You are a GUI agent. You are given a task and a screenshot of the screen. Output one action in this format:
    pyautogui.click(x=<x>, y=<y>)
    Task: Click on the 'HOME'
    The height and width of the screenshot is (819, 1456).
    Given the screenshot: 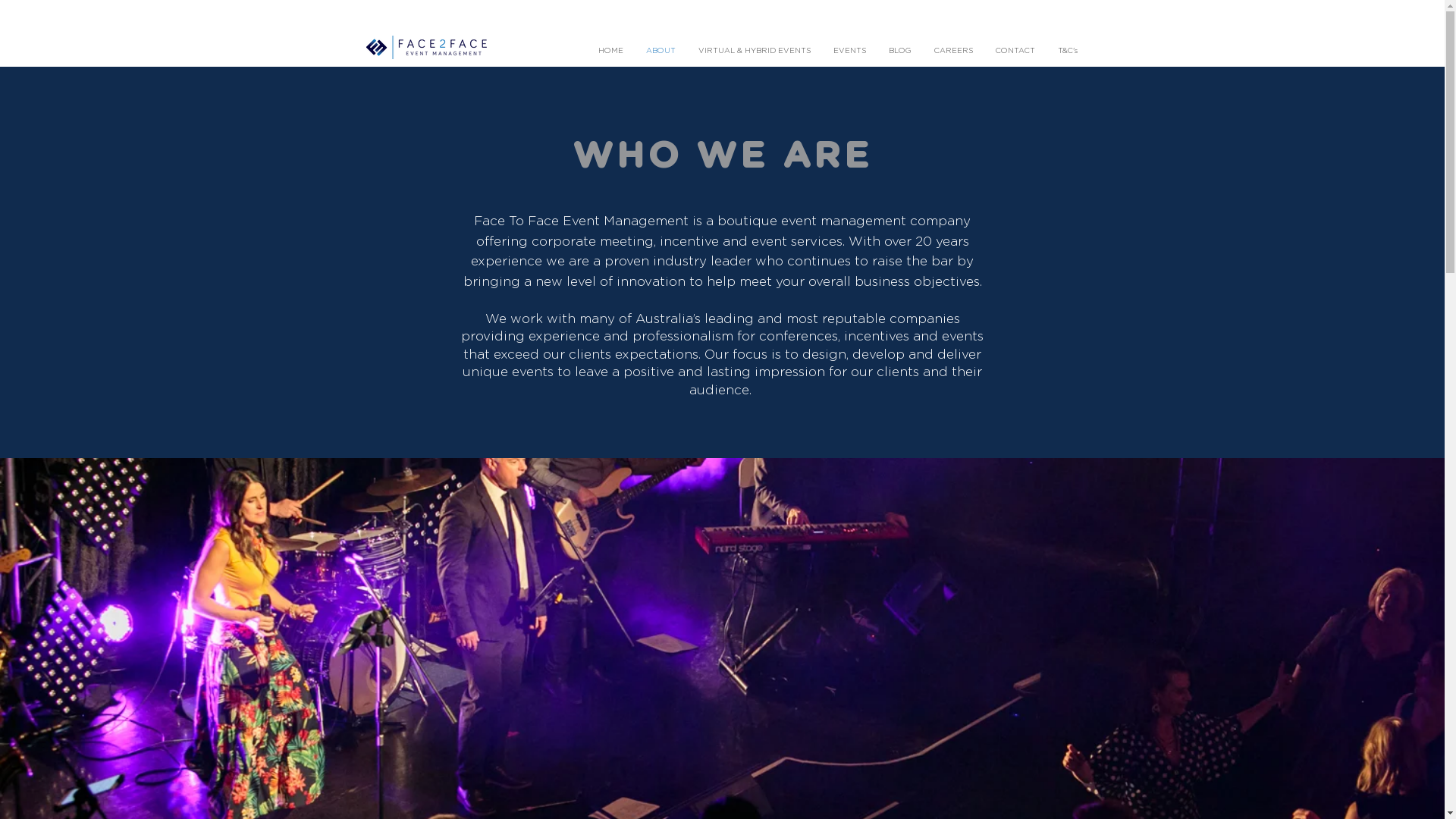 What is the action you would take?
    pyautogui.click(x=610, y=50)
    